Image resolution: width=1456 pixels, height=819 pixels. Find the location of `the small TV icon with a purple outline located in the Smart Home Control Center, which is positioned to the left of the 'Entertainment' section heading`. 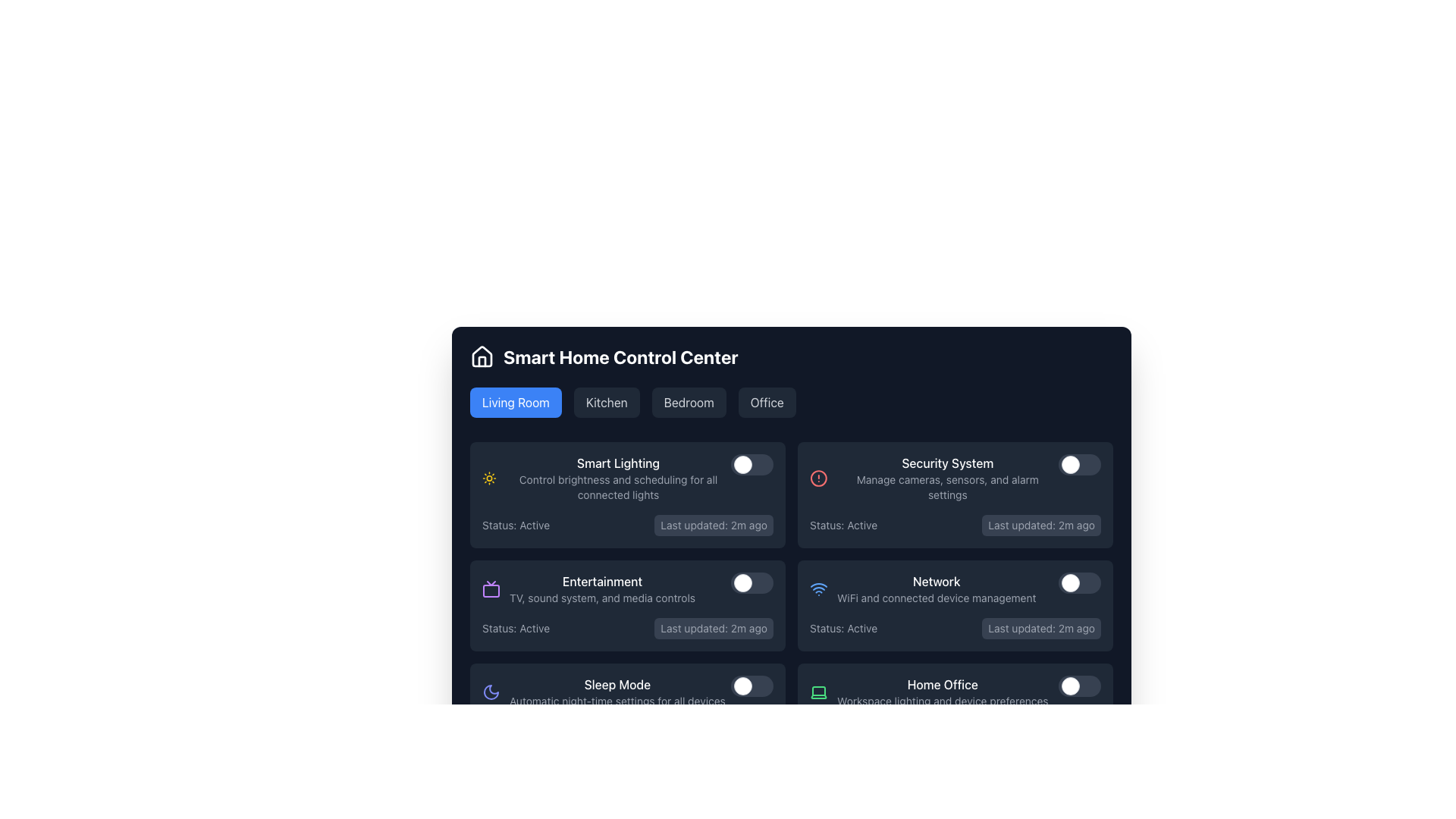

the small TV icon with a purple outline located in the Smart Home Control Center, which is positioned to the left of the 'Entertainment' section heading is located at coordinates (491, 588).